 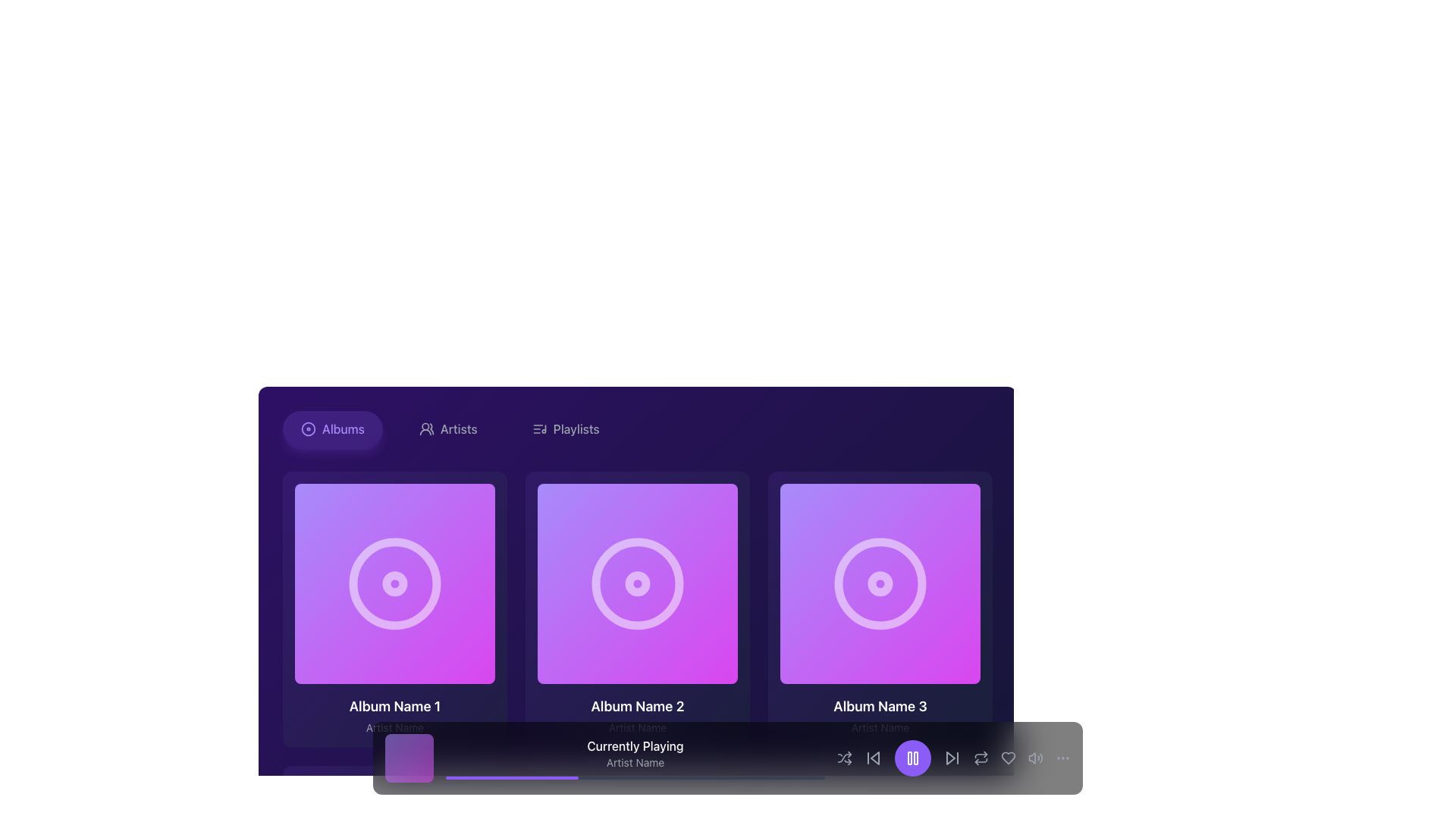 I want to click on the hollow circular icon with a filled center located inside the 'Albums' button on the top menu bar by moving the cursor to it, so click(x=308, y=429).